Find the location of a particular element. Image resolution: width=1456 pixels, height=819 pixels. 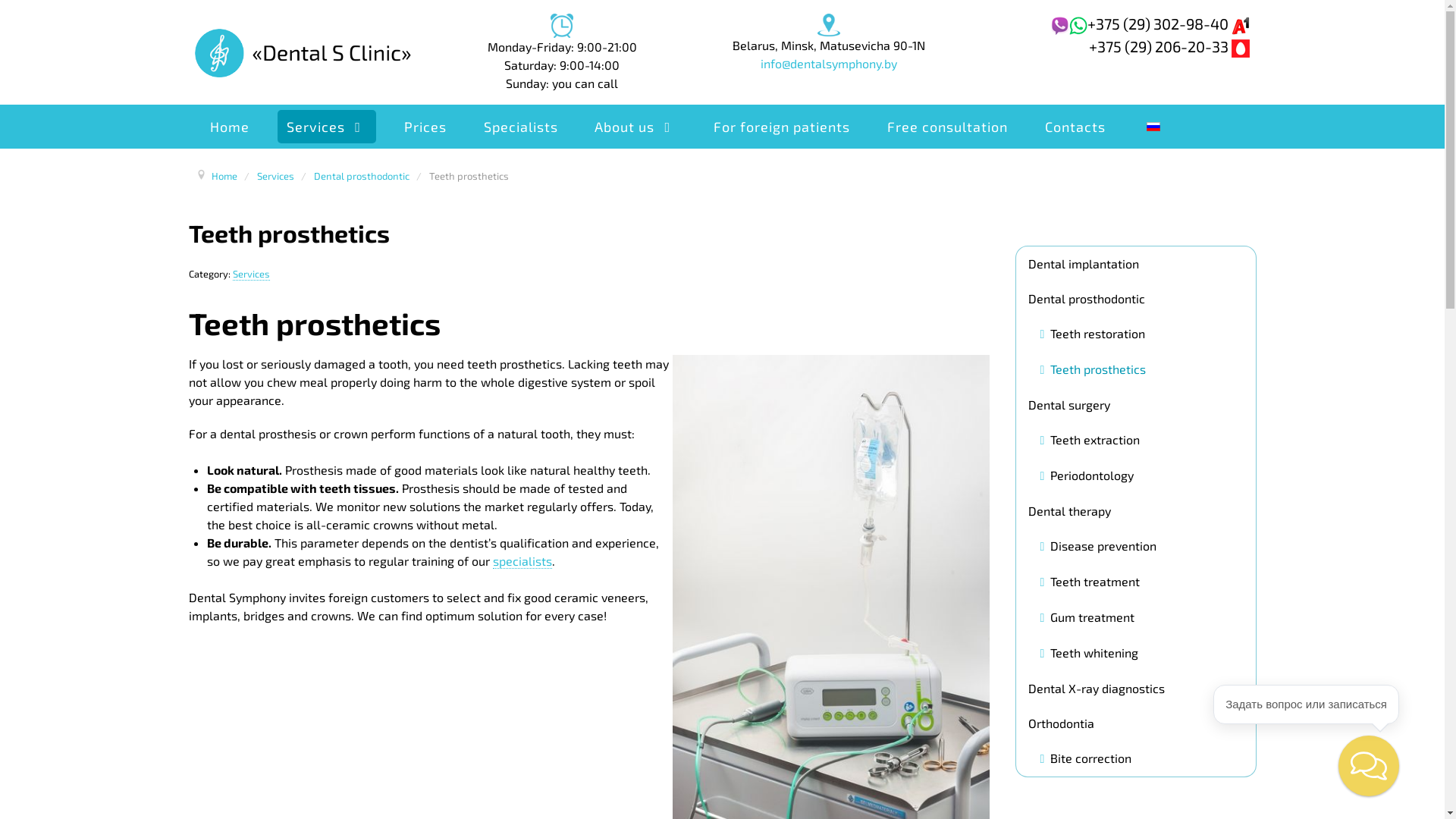

'Home' is located at coordinates (224, 174).